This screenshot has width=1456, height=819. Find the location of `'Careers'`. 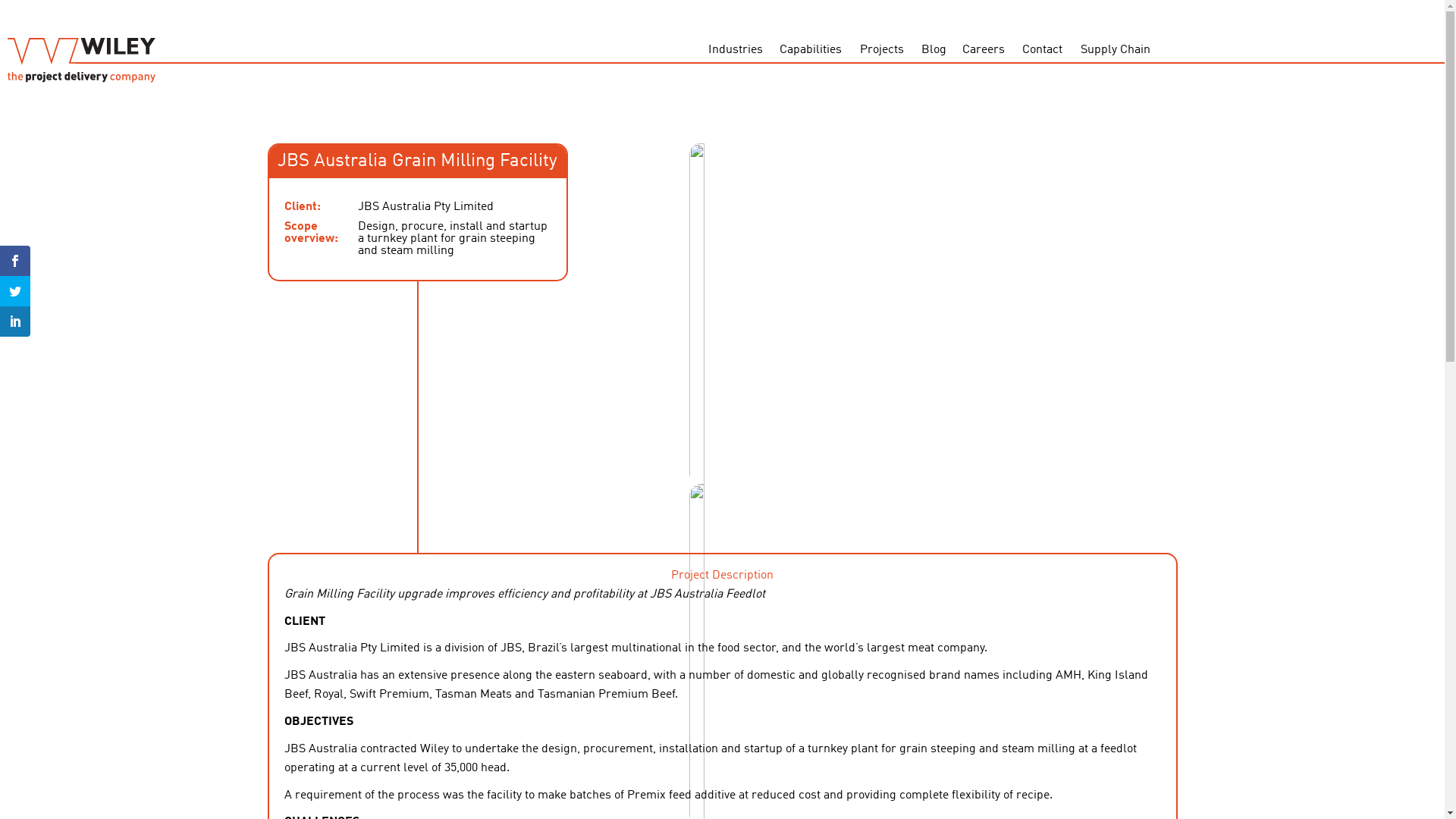

'Careers' is located at coordinates (984, 49).